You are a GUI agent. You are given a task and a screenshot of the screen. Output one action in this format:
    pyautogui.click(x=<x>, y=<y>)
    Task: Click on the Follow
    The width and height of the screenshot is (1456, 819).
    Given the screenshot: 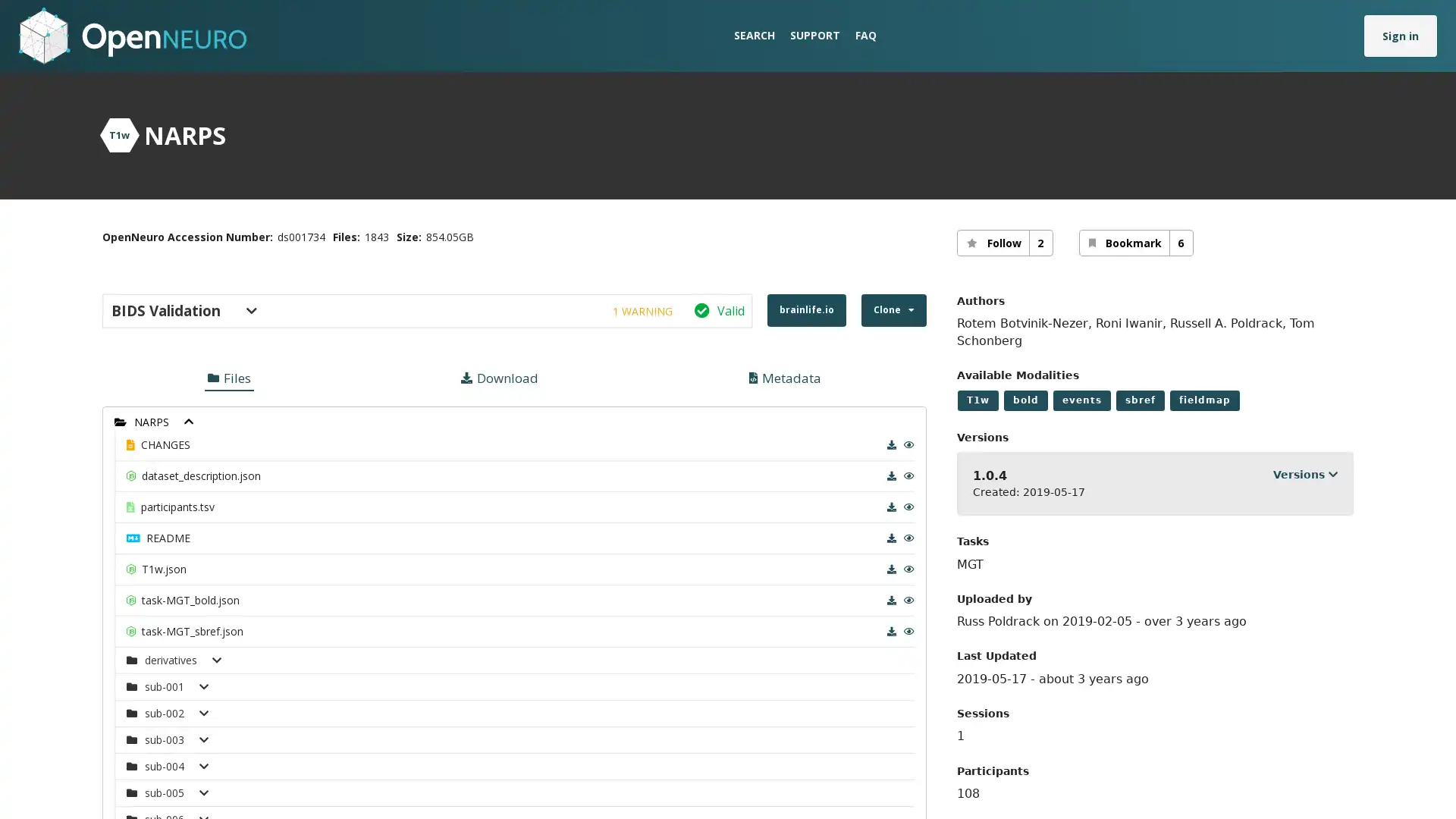 What is the action you would take?
    pyautogui.click(x=1004, y=242)
    